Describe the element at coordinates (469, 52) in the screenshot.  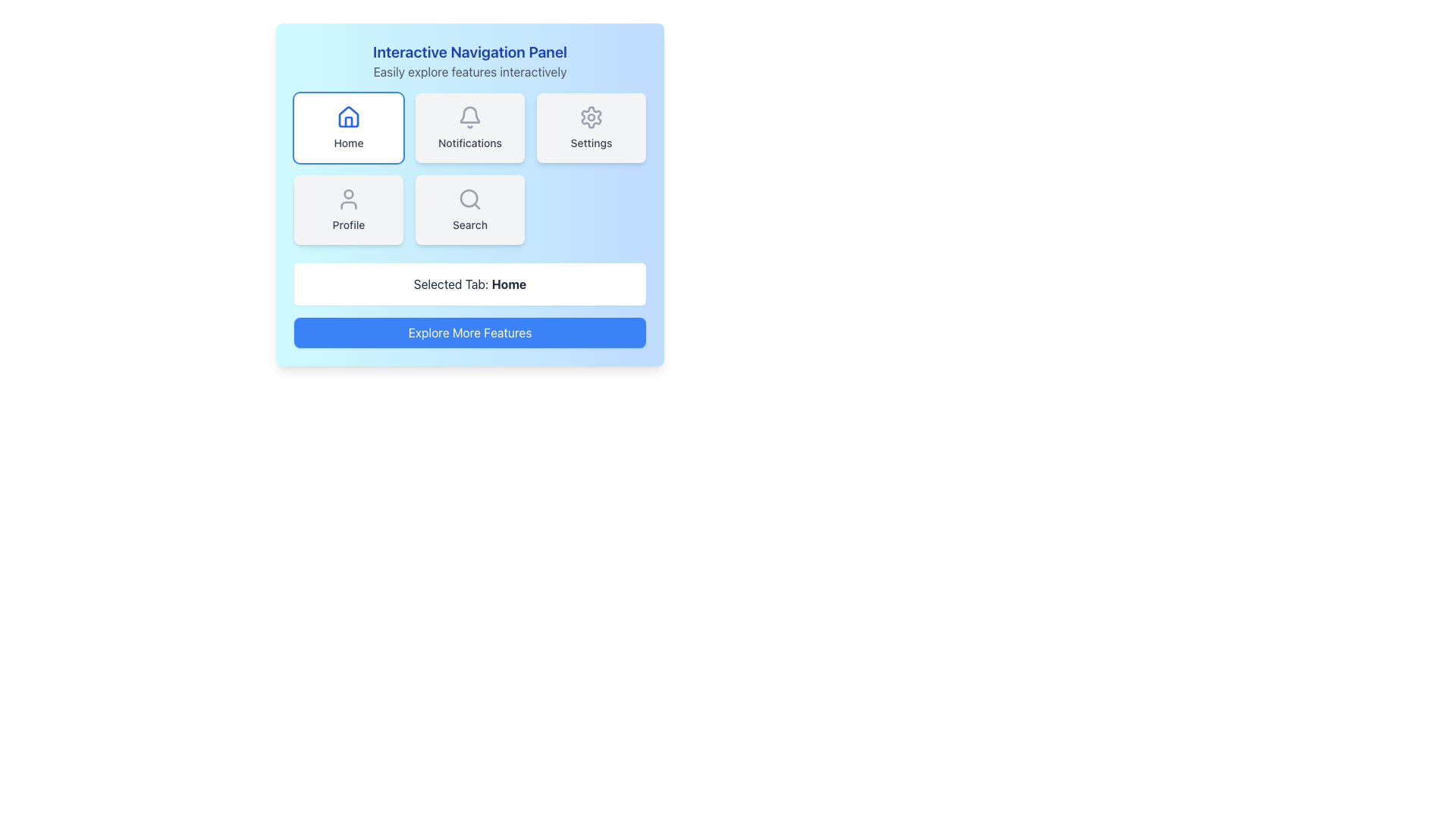
I see `the Text Label that serves as a heading or title for the section, located at the top of the interface and centered horizontally` at that location.